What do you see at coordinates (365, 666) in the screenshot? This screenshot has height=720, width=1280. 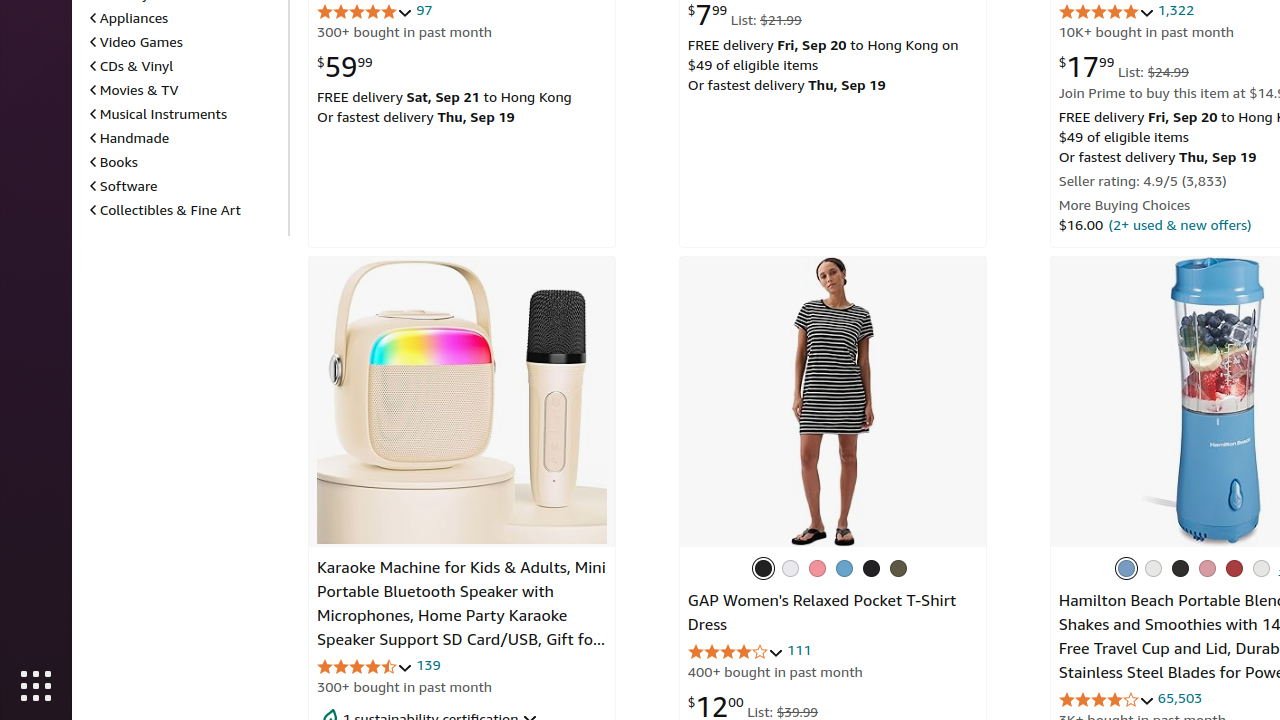 I see `'4.7 out of 5 stars'` at bounding box center [365, 666].